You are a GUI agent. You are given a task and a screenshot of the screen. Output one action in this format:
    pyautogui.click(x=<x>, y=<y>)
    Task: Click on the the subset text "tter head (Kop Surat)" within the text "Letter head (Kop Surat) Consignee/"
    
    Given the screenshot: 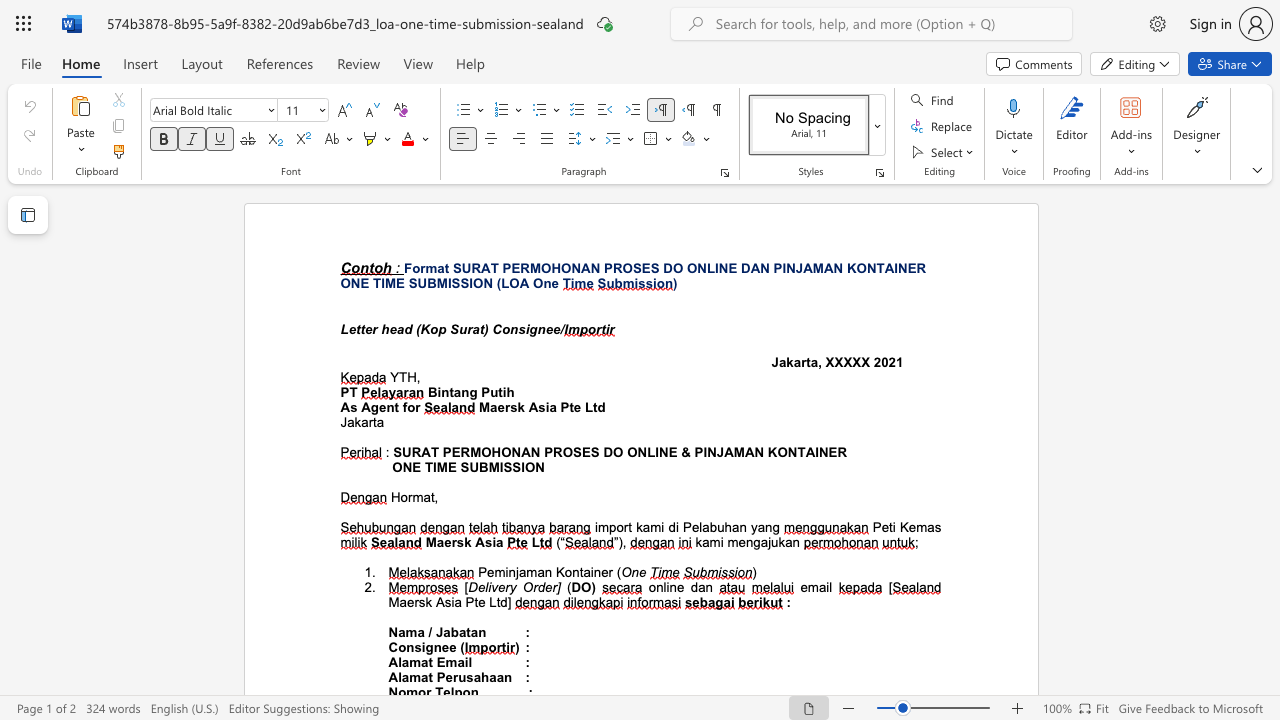 What is the action you would take?
    pyautogui.click(x=356, y=328)
    